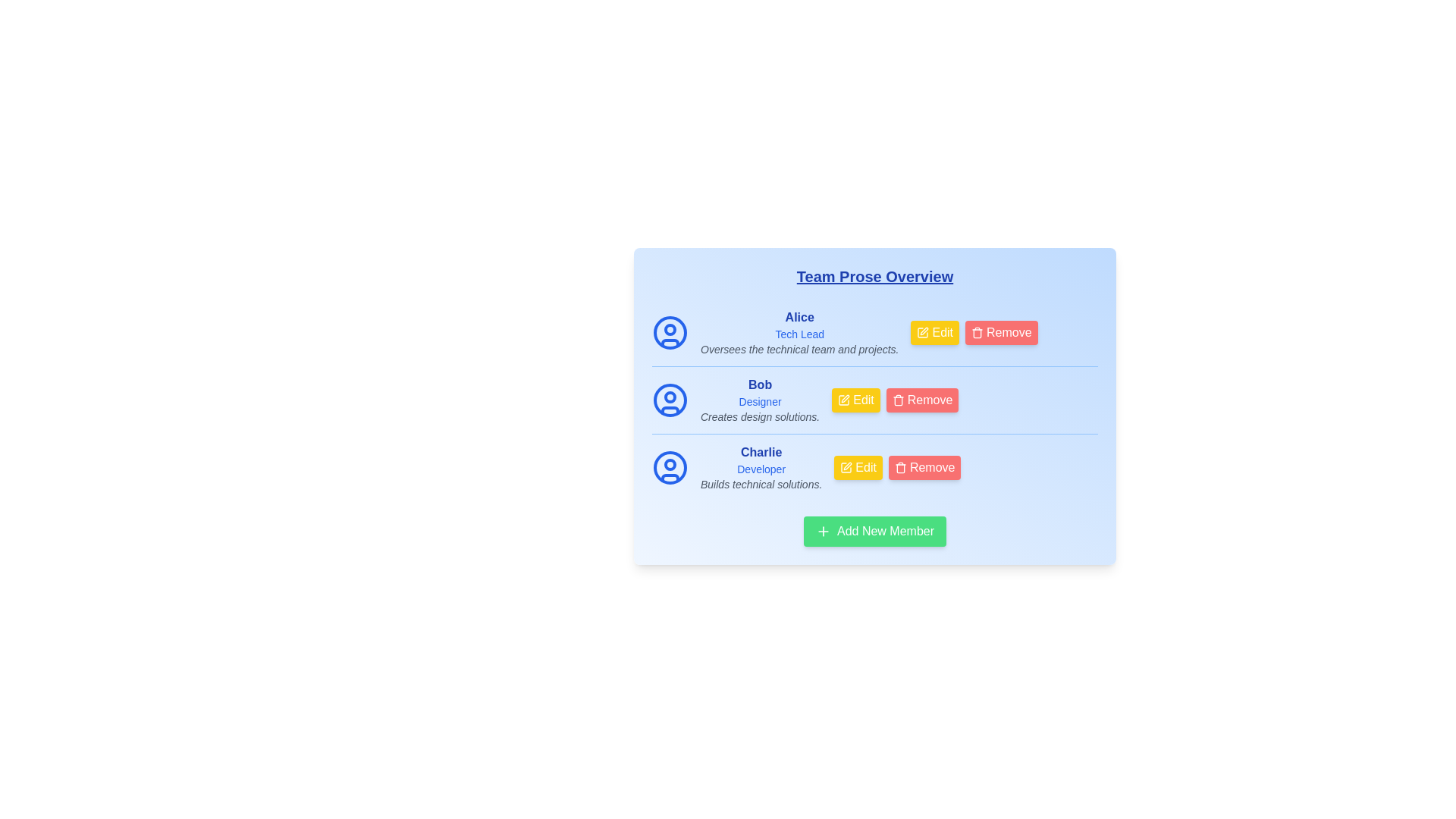  Describe the element at coordinates (760, 400) in the screenshot. I see `the text label indicating the role 'Designer' for the team member 'Bob' located under his name in the second card of the team list` at that location.